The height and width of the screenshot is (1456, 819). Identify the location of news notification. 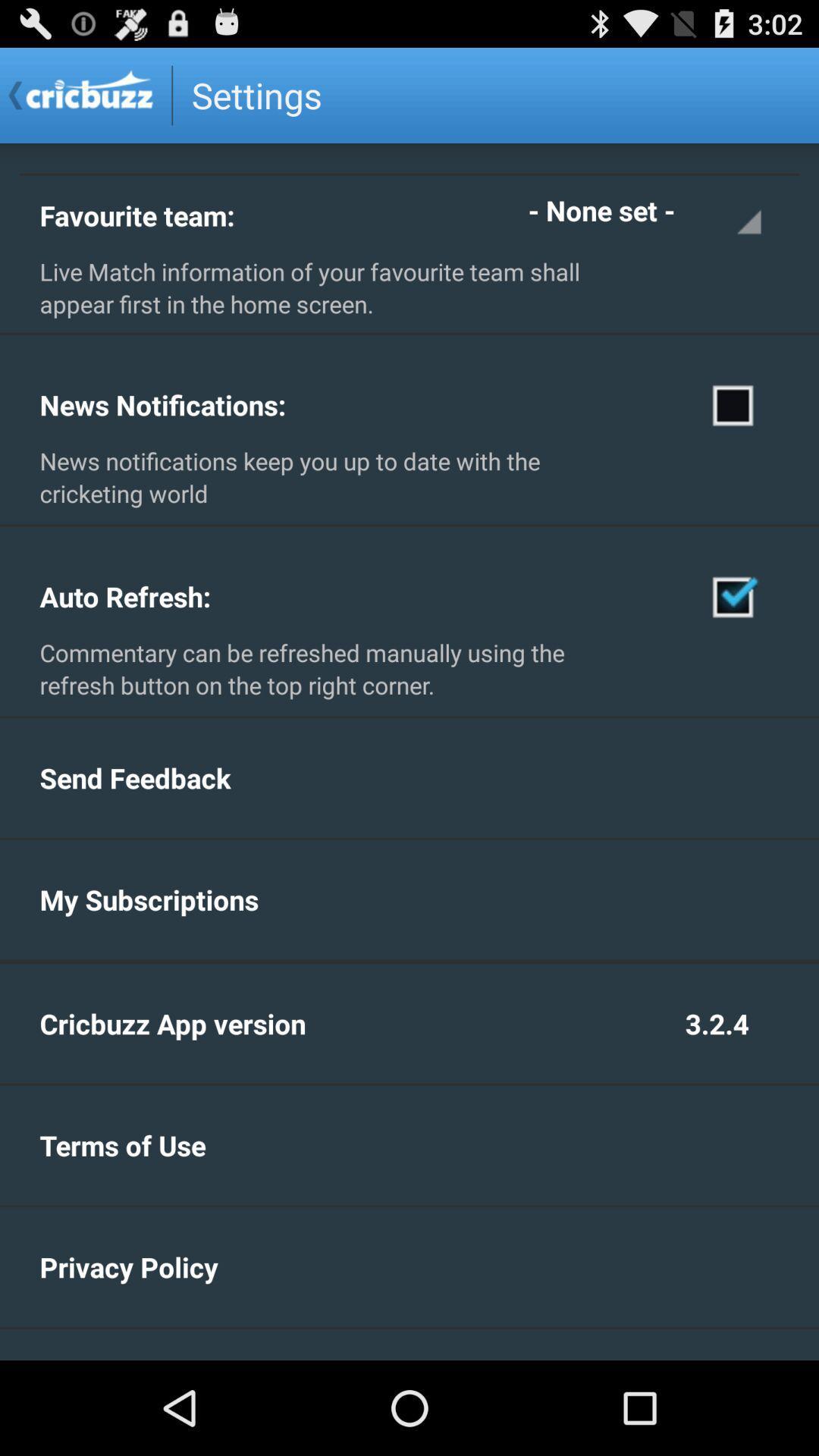
(733, 404).